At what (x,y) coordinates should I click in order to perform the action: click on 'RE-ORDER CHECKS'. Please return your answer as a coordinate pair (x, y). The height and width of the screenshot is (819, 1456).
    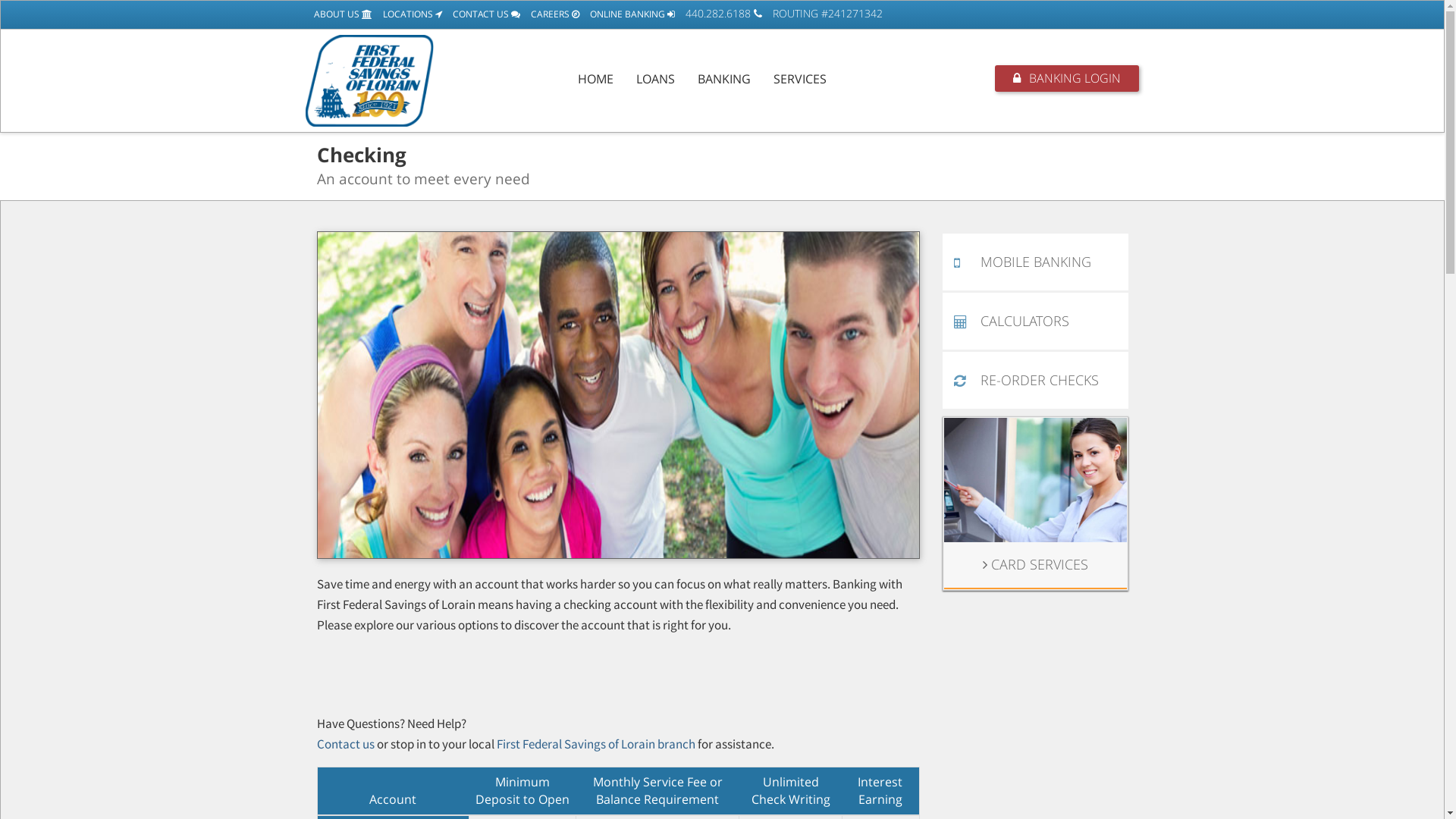
    Looking at the image, I should click on (1034, 379).